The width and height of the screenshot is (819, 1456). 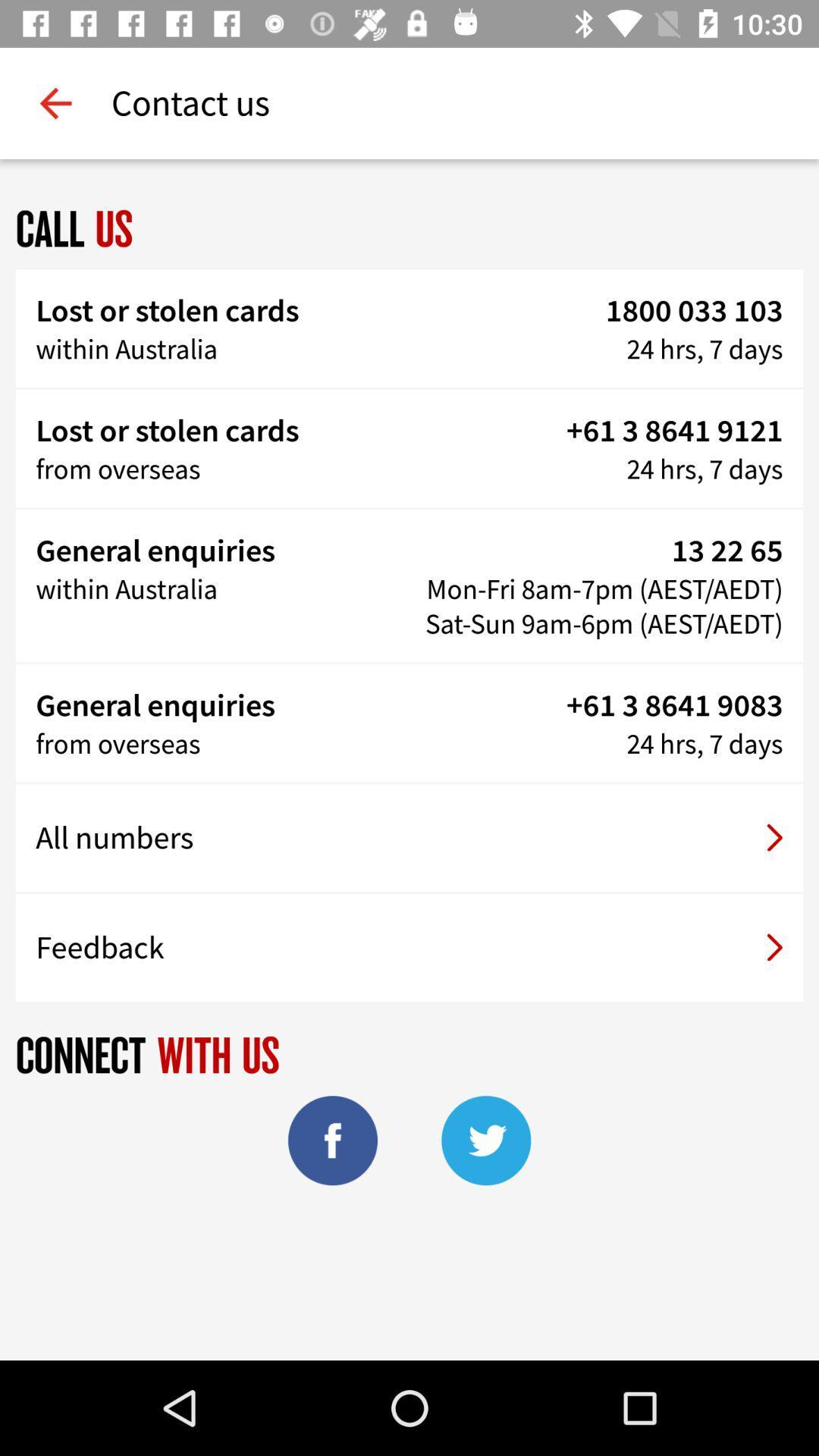 What do you see at coordinates (55, 102) in the screenshot?
I see `icon above call us item` at bounding box center [55, 102].